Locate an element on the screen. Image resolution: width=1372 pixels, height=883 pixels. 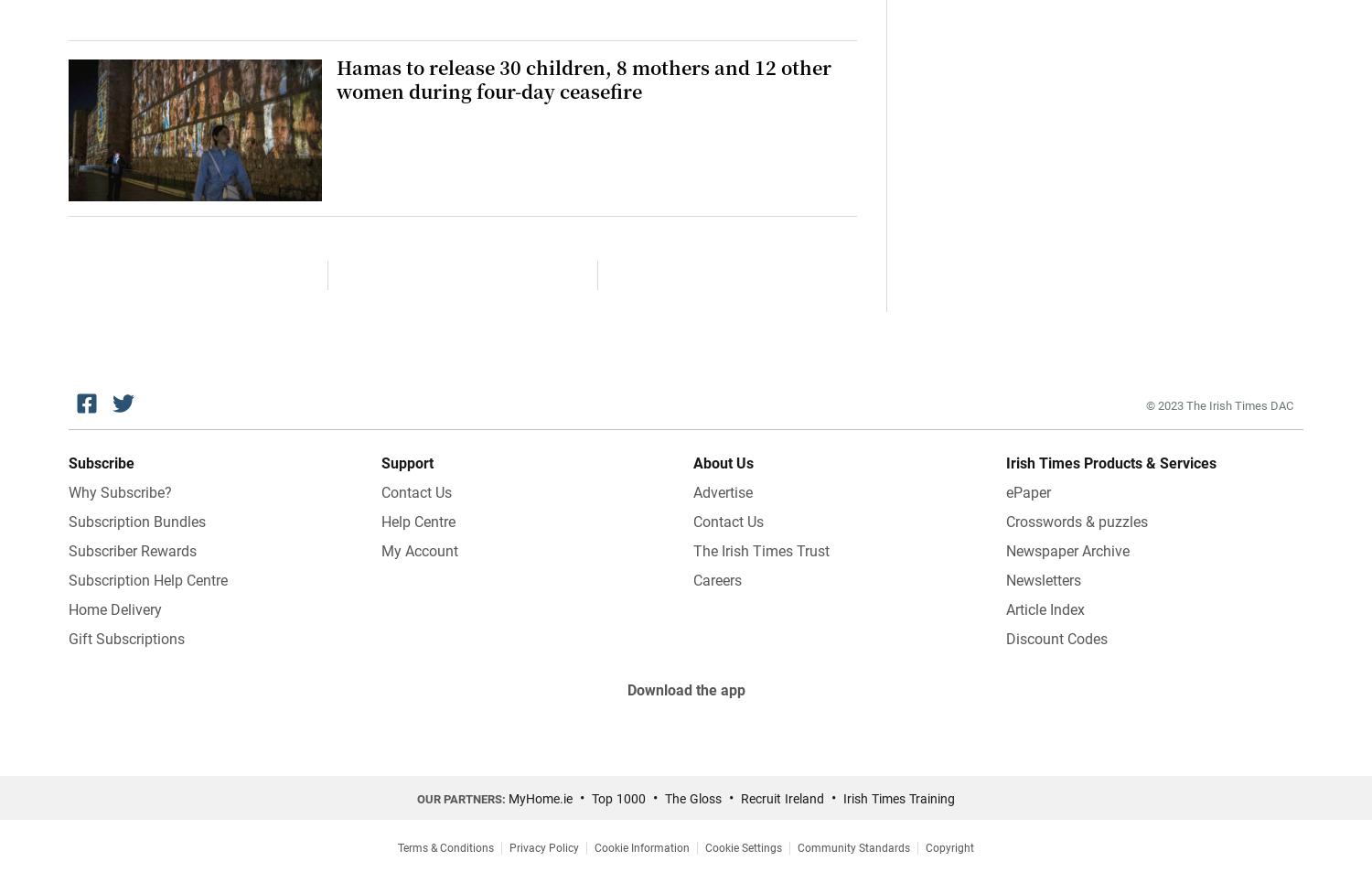
'Subscriber Rewards' is located at coordinates (133, 549).